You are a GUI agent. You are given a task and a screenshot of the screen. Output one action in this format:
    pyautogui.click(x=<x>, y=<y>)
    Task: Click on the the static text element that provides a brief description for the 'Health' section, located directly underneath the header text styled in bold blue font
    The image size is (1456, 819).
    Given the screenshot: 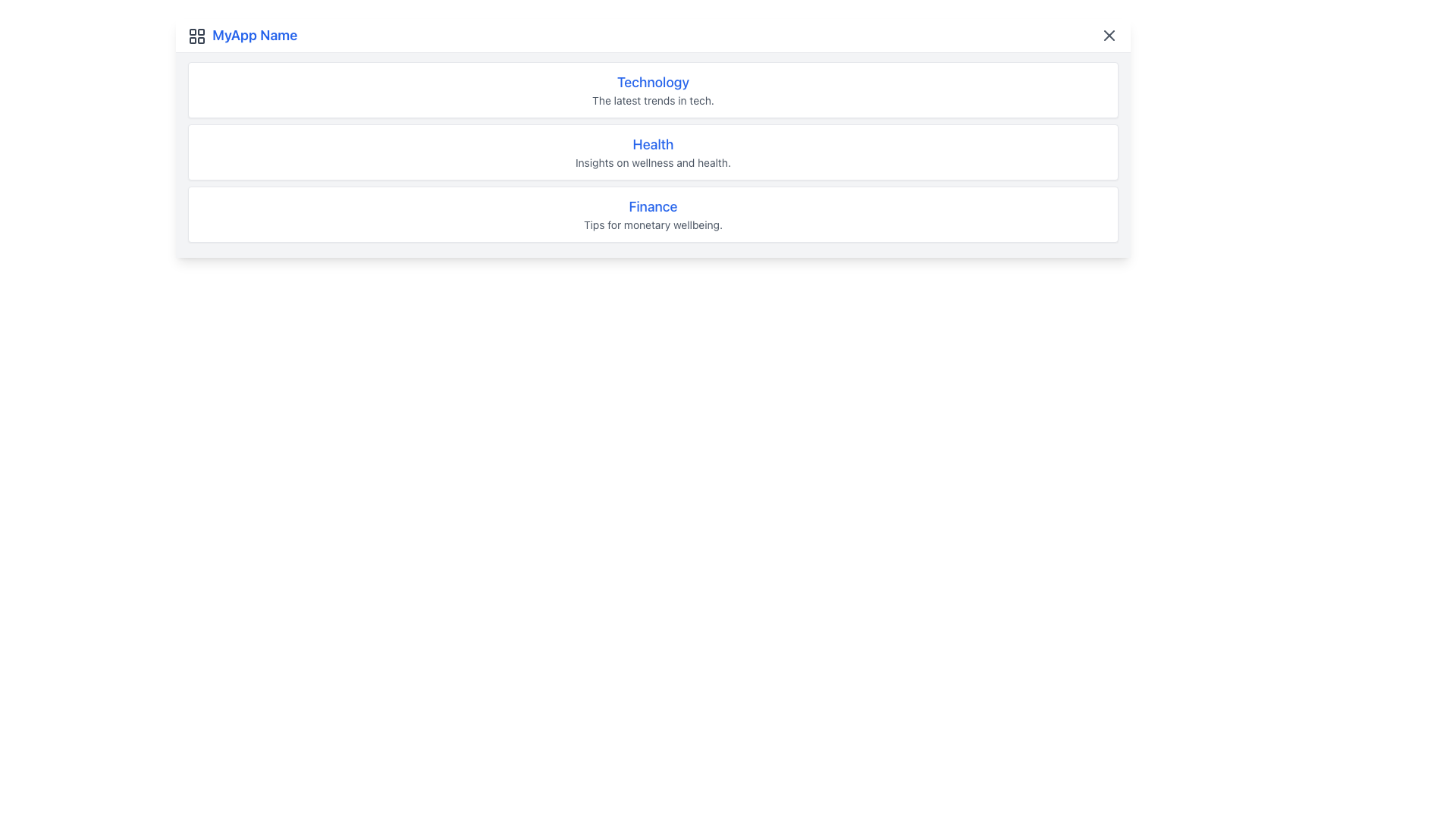 What is the action you would take?
    pyautogui.click(x=653, y=163)
    